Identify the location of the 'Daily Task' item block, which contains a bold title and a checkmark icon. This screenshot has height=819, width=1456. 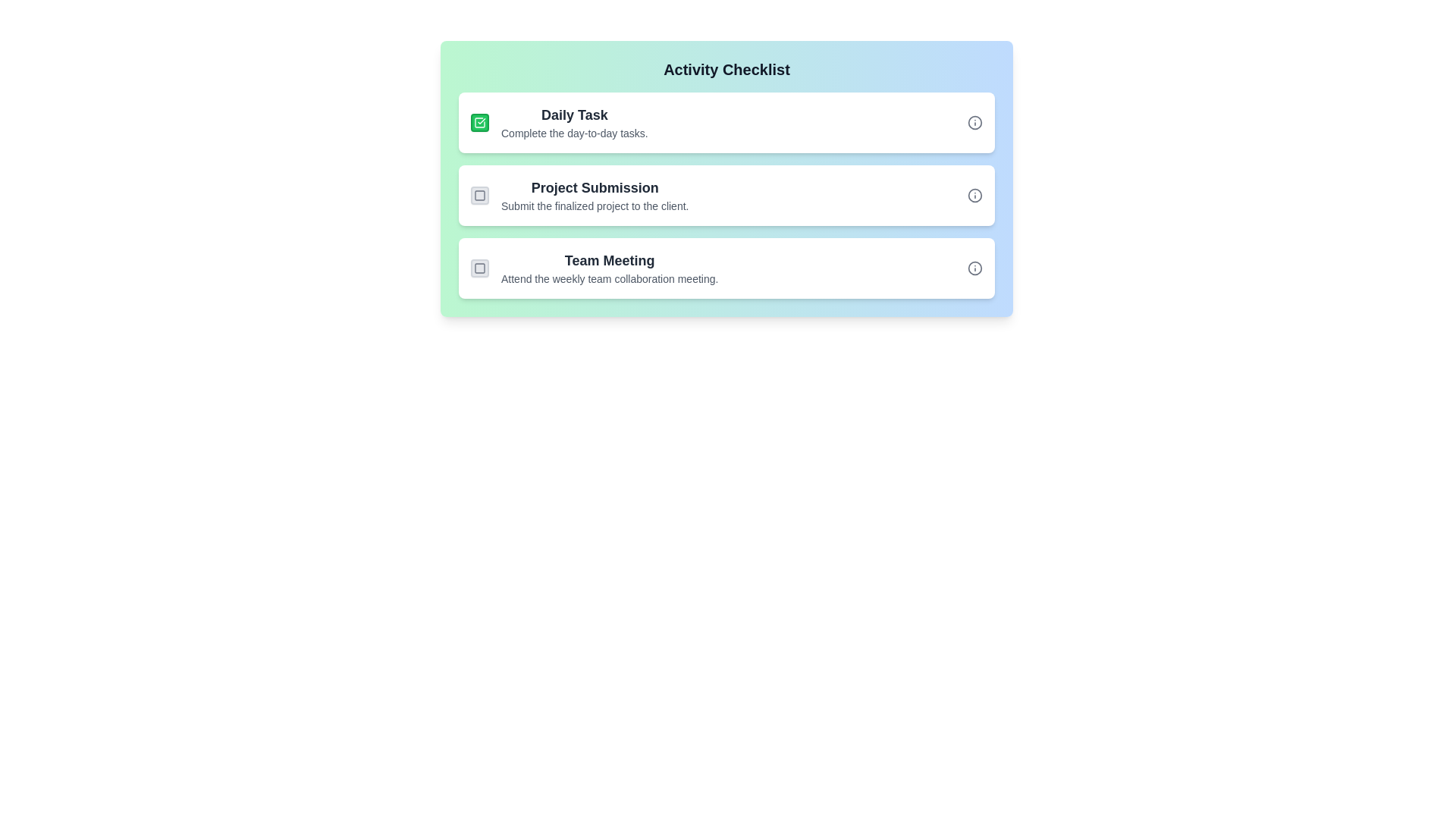
(558, 122).